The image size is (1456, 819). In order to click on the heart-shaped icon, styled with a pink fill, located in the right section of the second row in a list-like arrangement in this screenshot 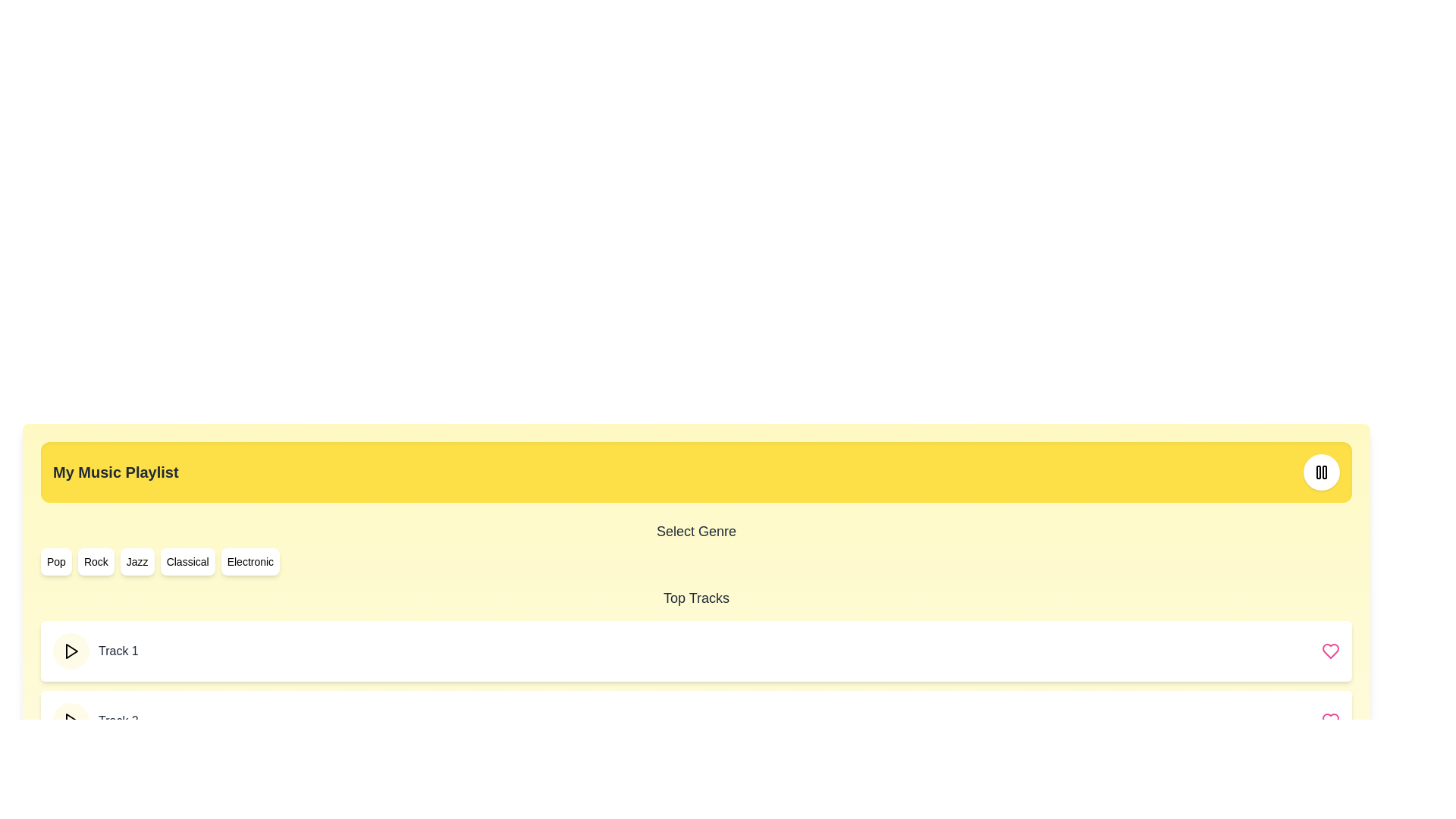, I will do `click(1330, 720)`.